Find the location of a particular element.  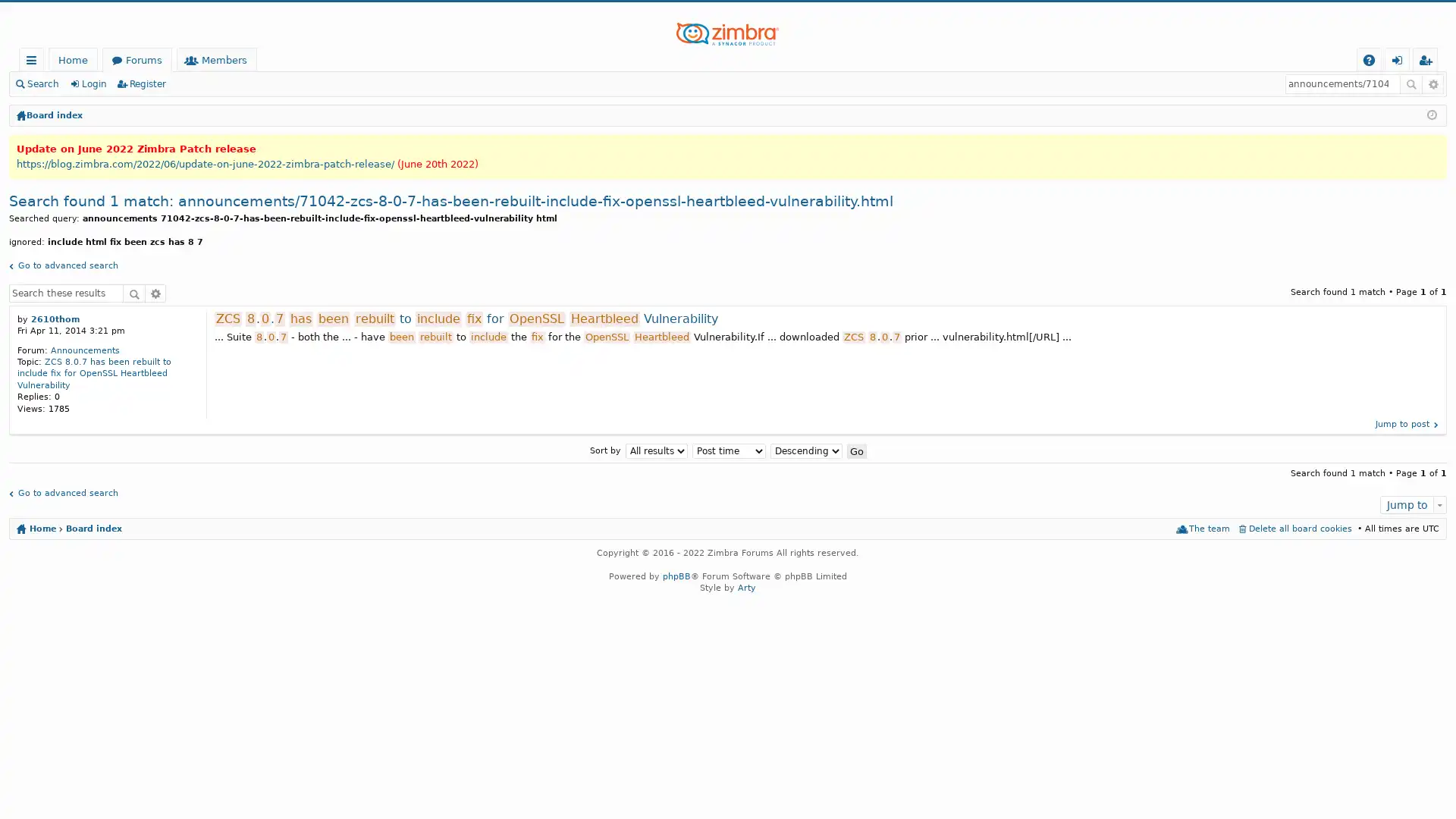

Search is located at coordinates (1410, 84).